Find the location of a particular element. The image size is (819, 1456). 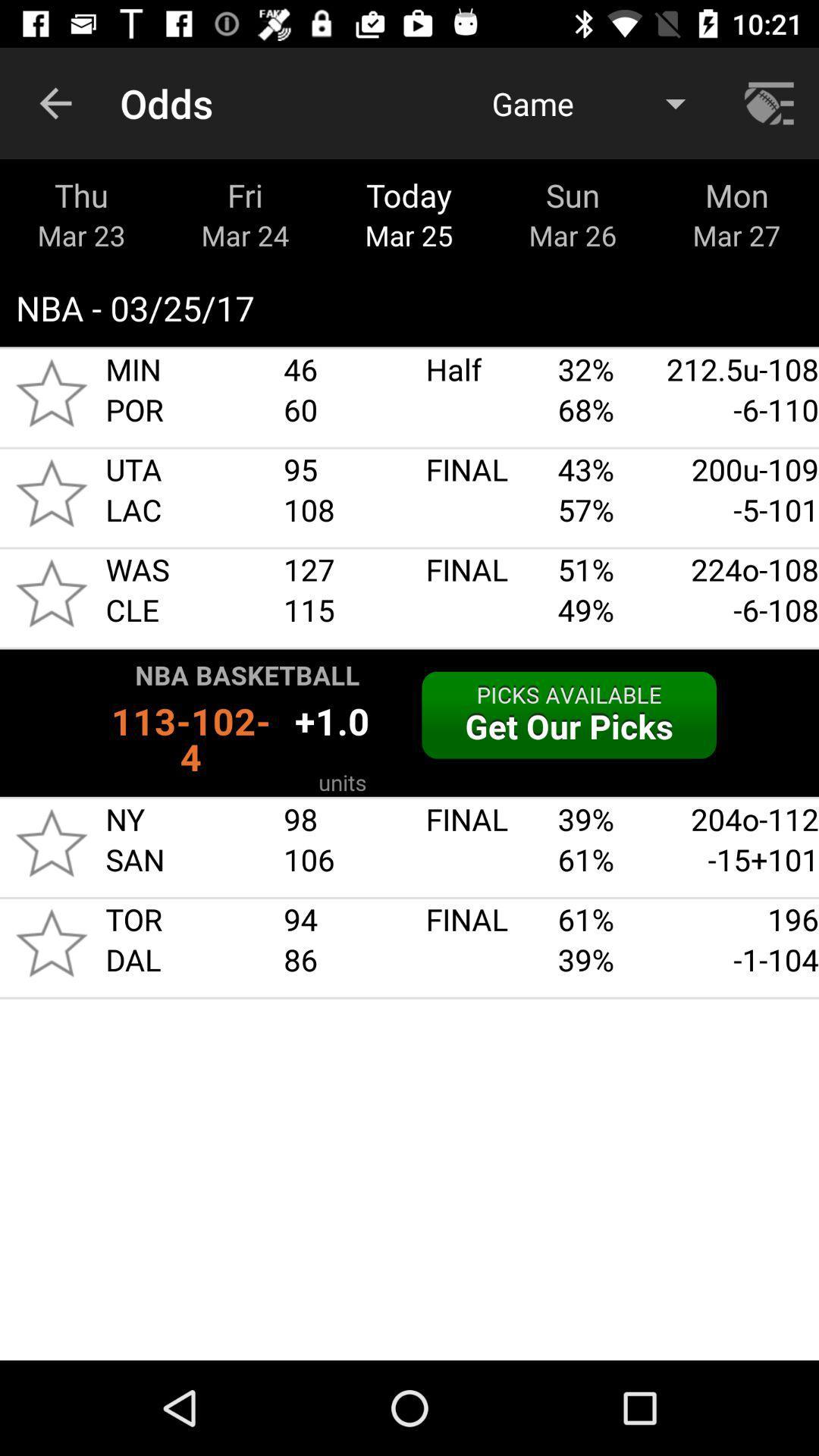

was cle star icon is located at coordinates (51, 592).